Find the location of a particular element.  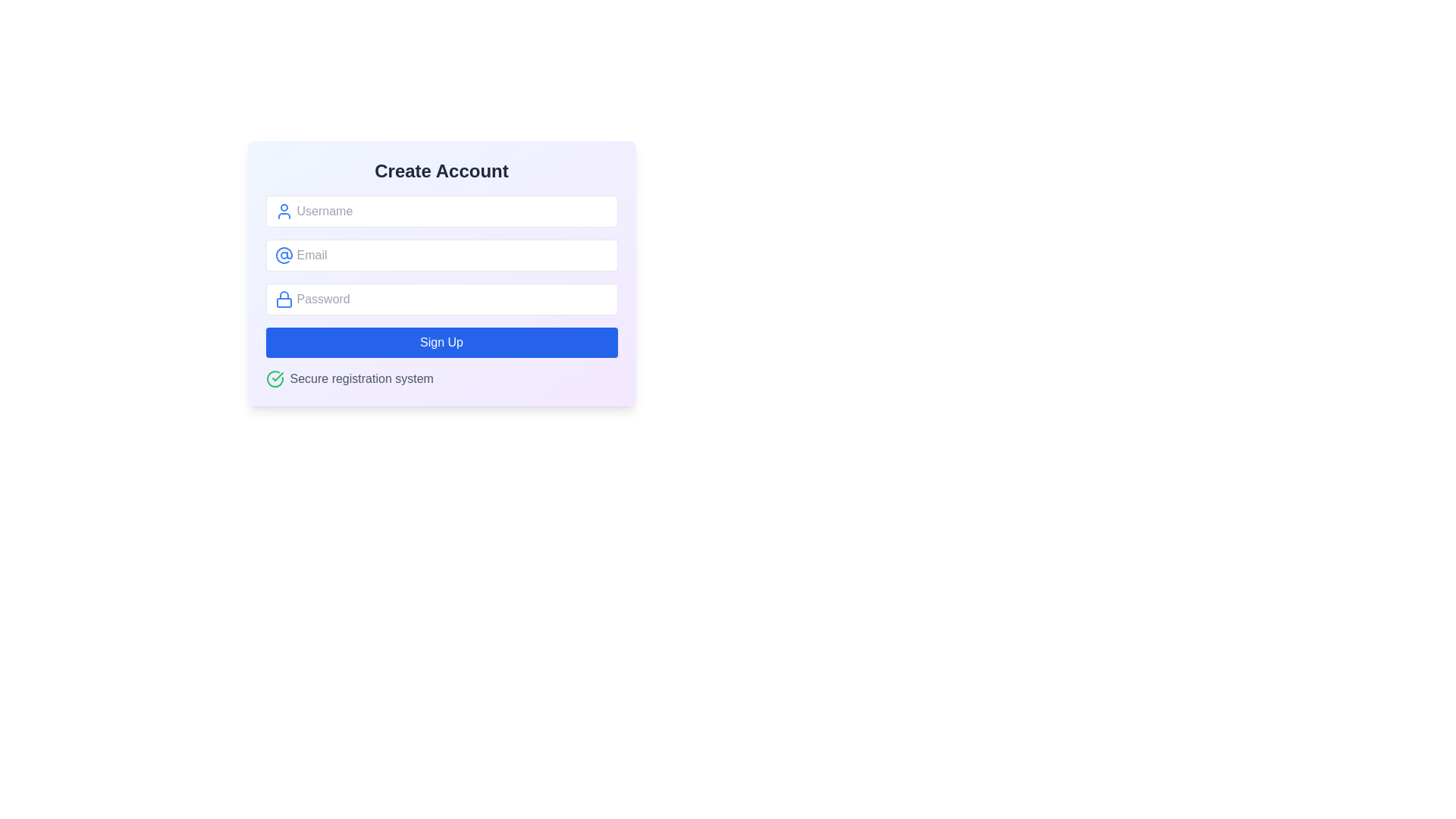

the Username input field, which is the first interactive input field in a vertically stacked group within the form is located at coordinates (441, 211).